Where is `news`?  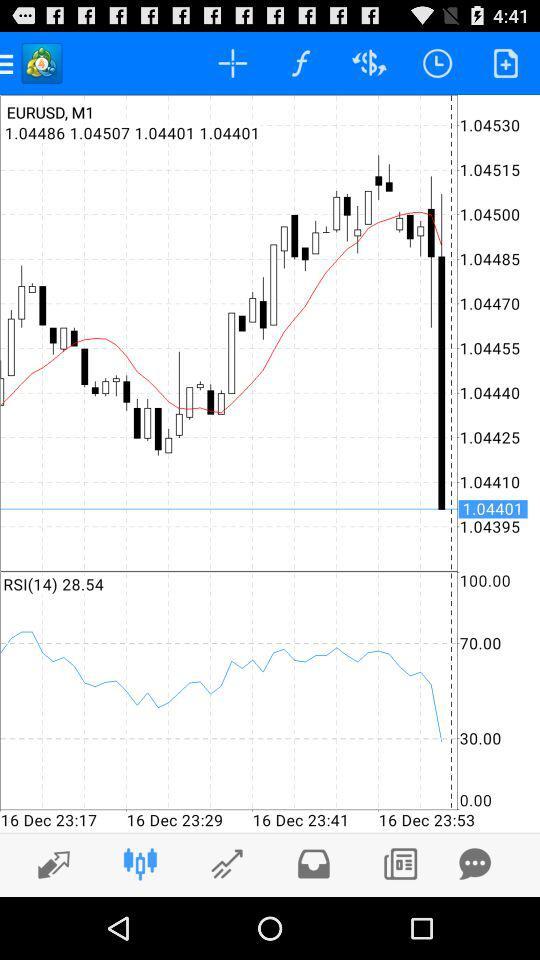 news is located at coordinates (400, 863).